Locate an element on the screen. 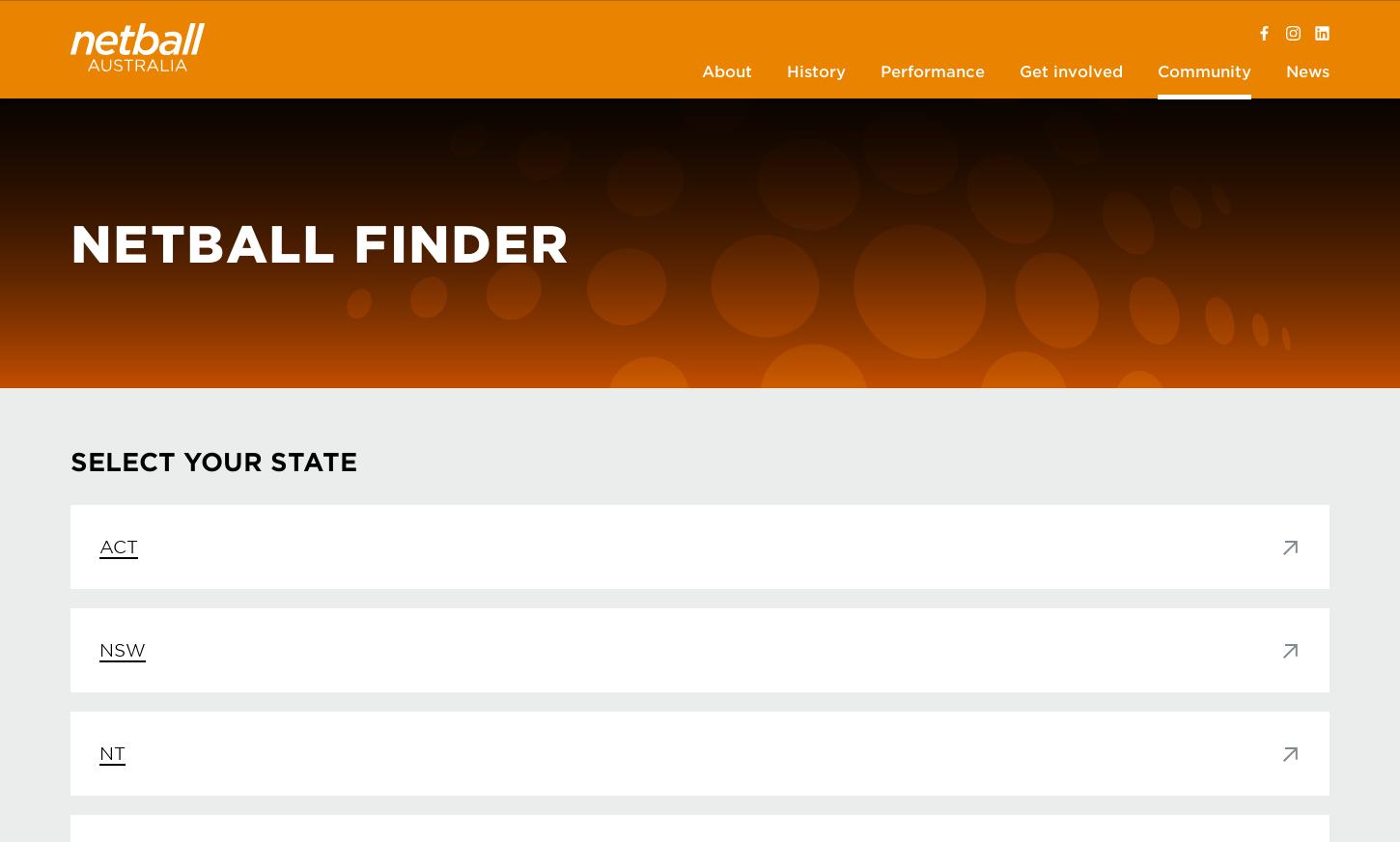  'Annual Reports' is located at coordinates (449, 365).